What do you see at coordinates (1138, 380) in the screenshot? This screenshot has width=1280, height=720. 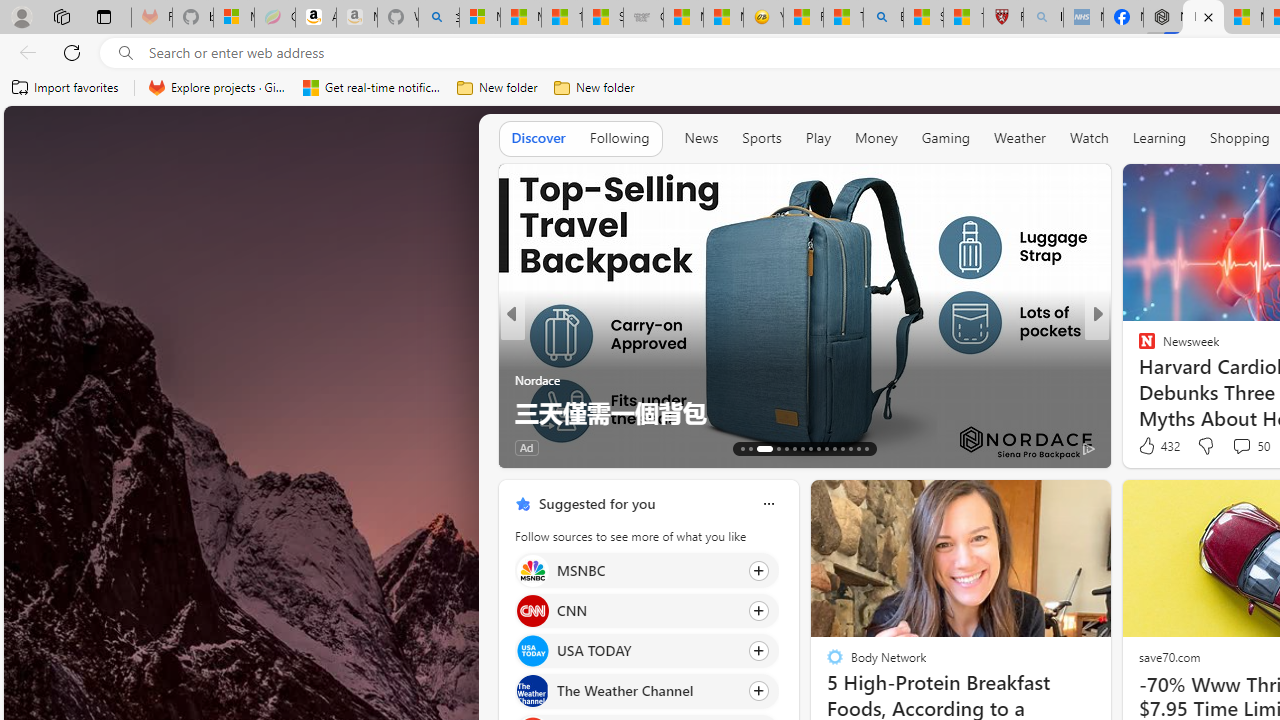 I see `'Only Earthlings'` at bounding box center [1138, 380].